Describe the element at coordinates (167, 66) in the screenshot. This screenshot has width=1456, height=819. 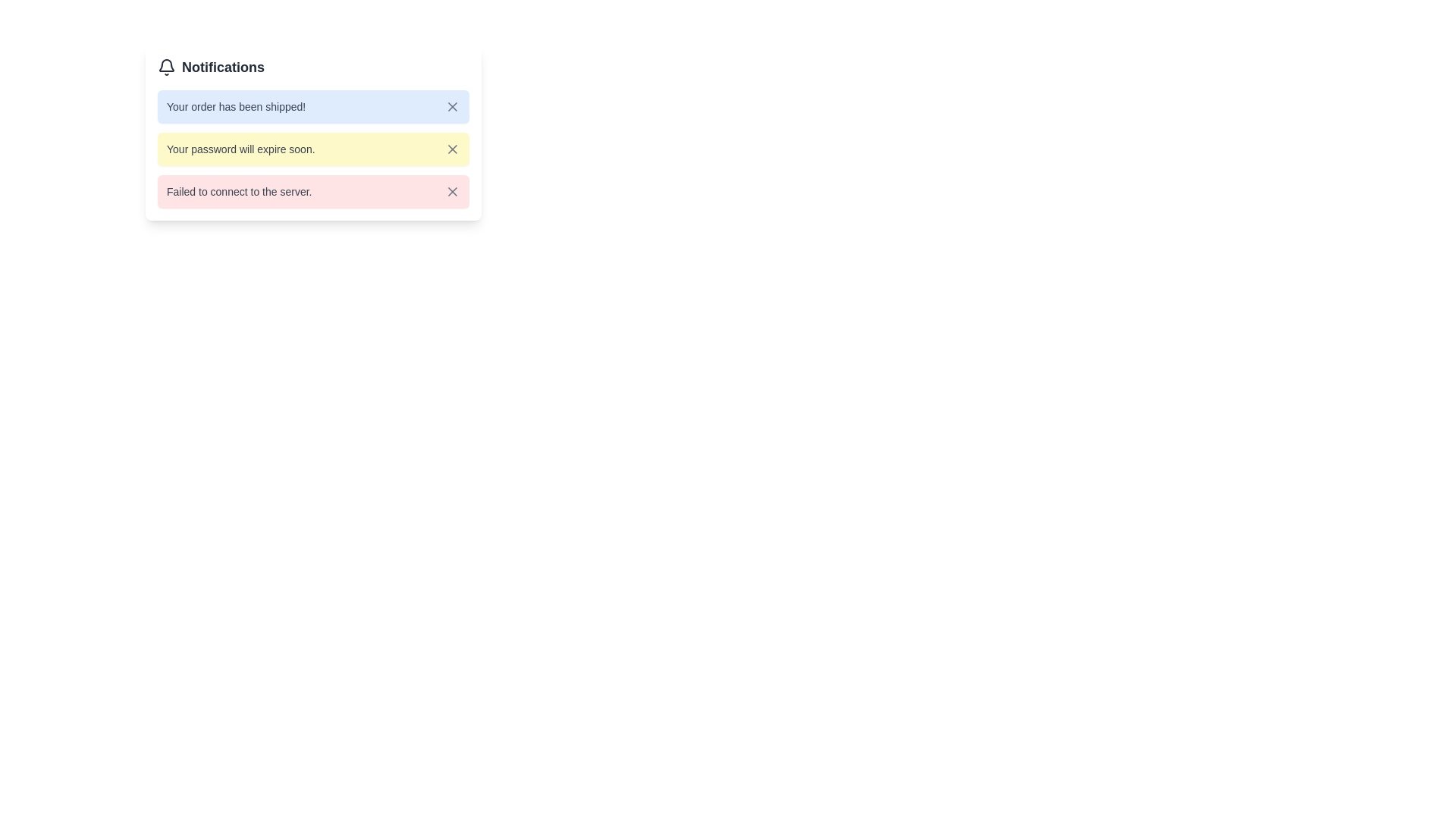
I see `the bell icon which represents notifications, located to the left of the 'Notifications' label` at that location.